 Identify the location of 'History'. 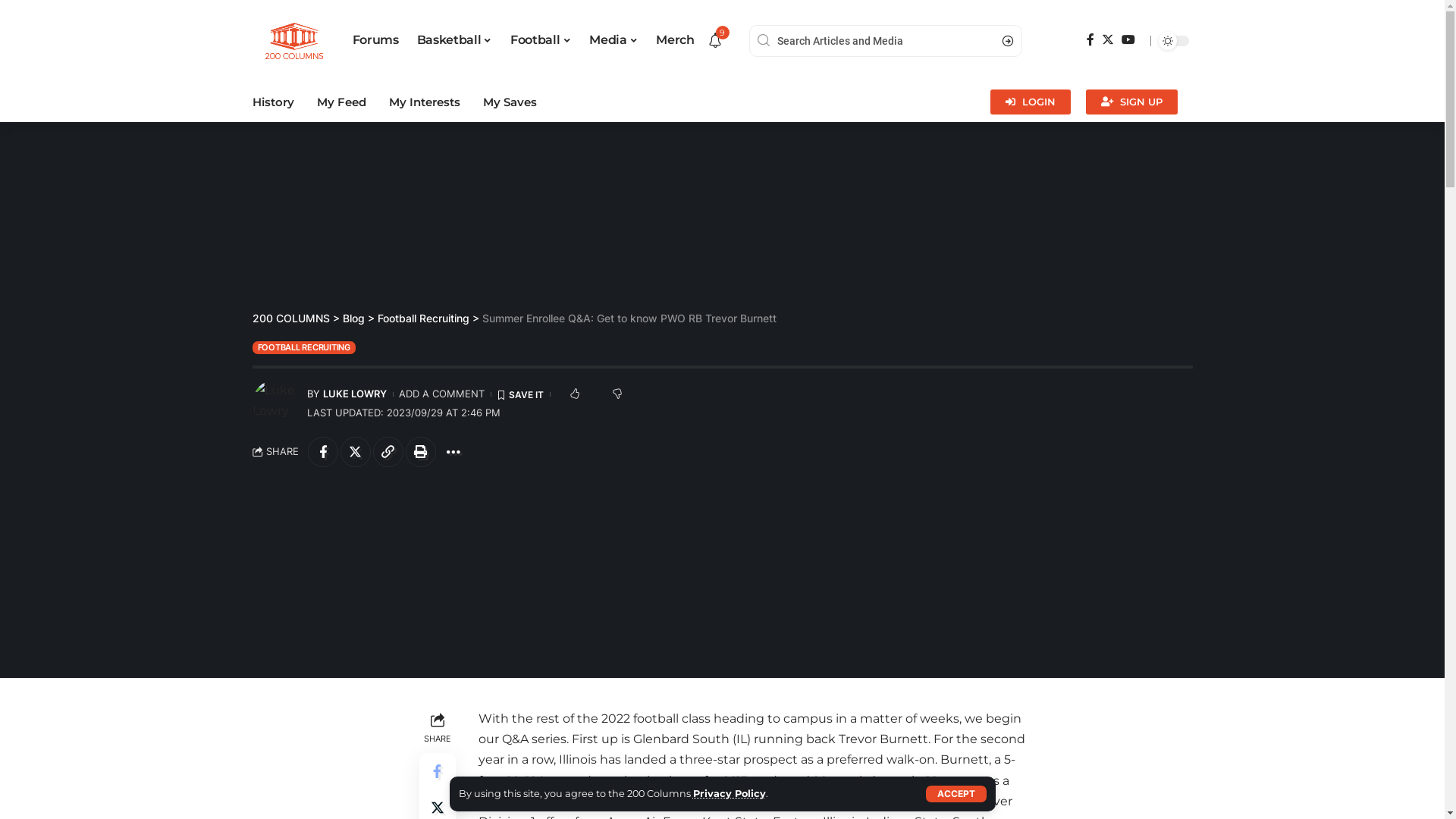
(272, 102).